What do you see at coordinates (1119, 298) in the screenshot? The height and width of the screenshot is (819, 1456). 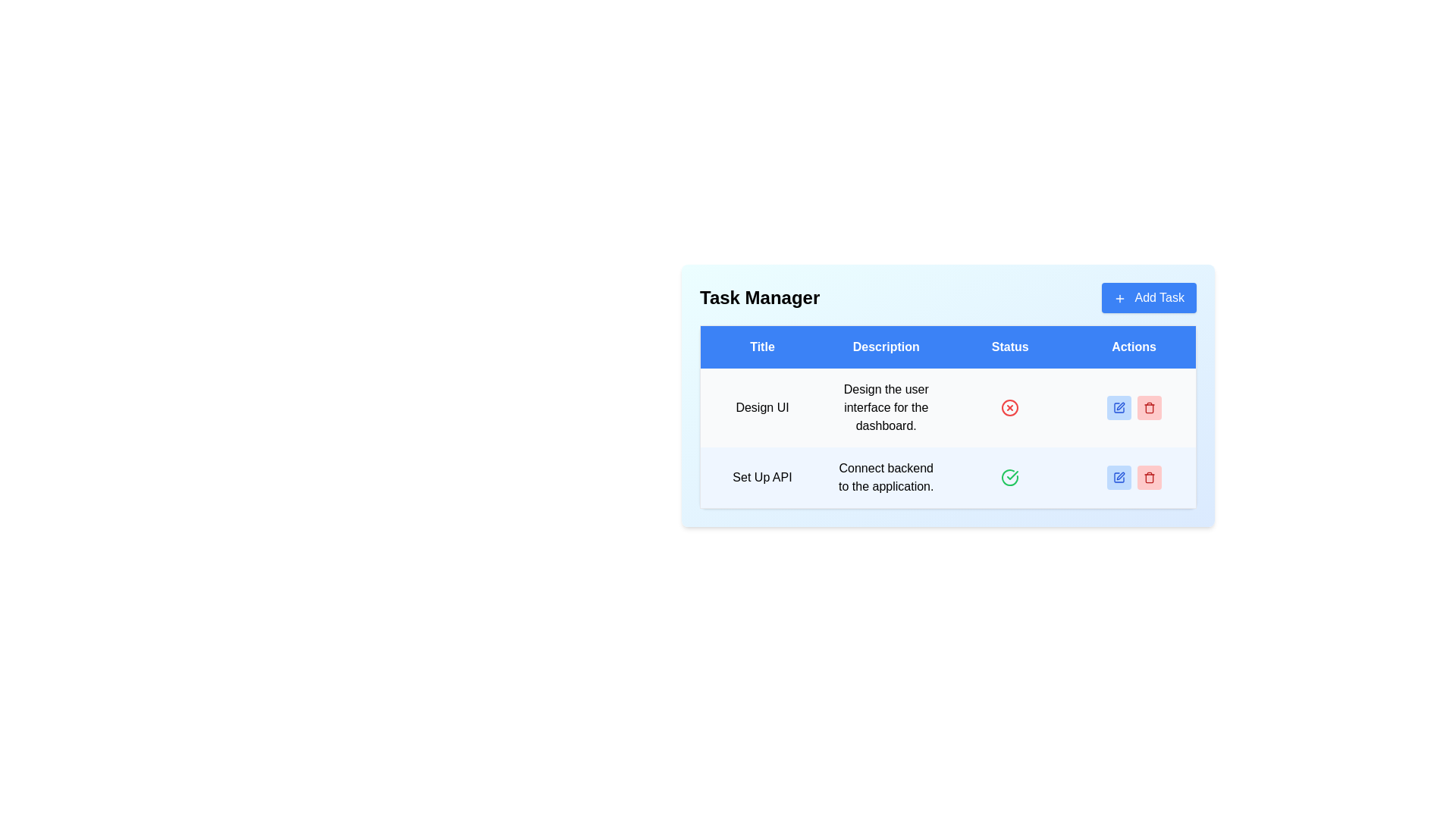 I see `the icon indicating the addition of a new task, which is located to the left of the 'Add Task' text on the button in the top-right corner of the application panel` at bounding box center [1119, 298].